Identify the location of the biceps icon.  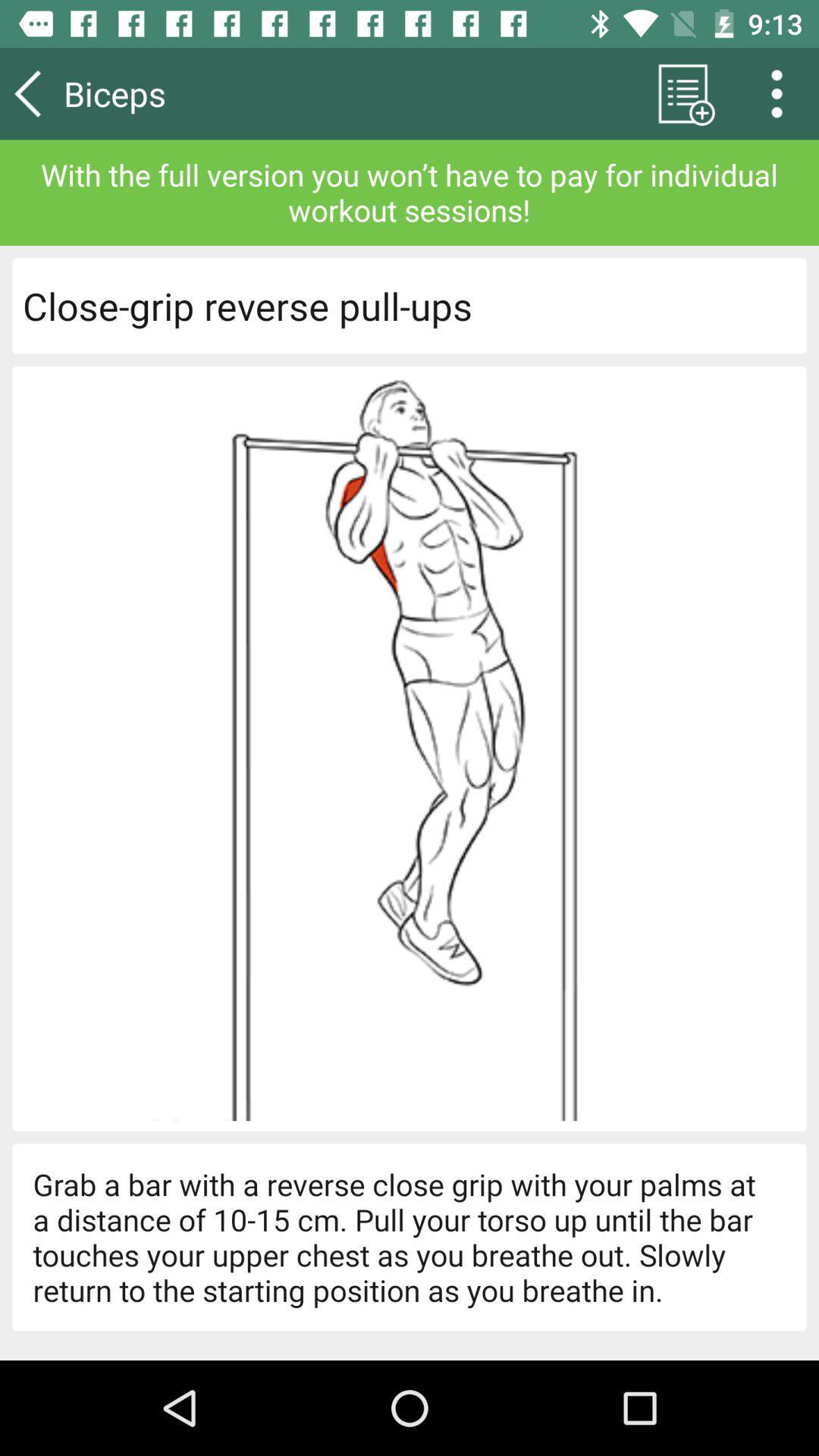
(158, 93).